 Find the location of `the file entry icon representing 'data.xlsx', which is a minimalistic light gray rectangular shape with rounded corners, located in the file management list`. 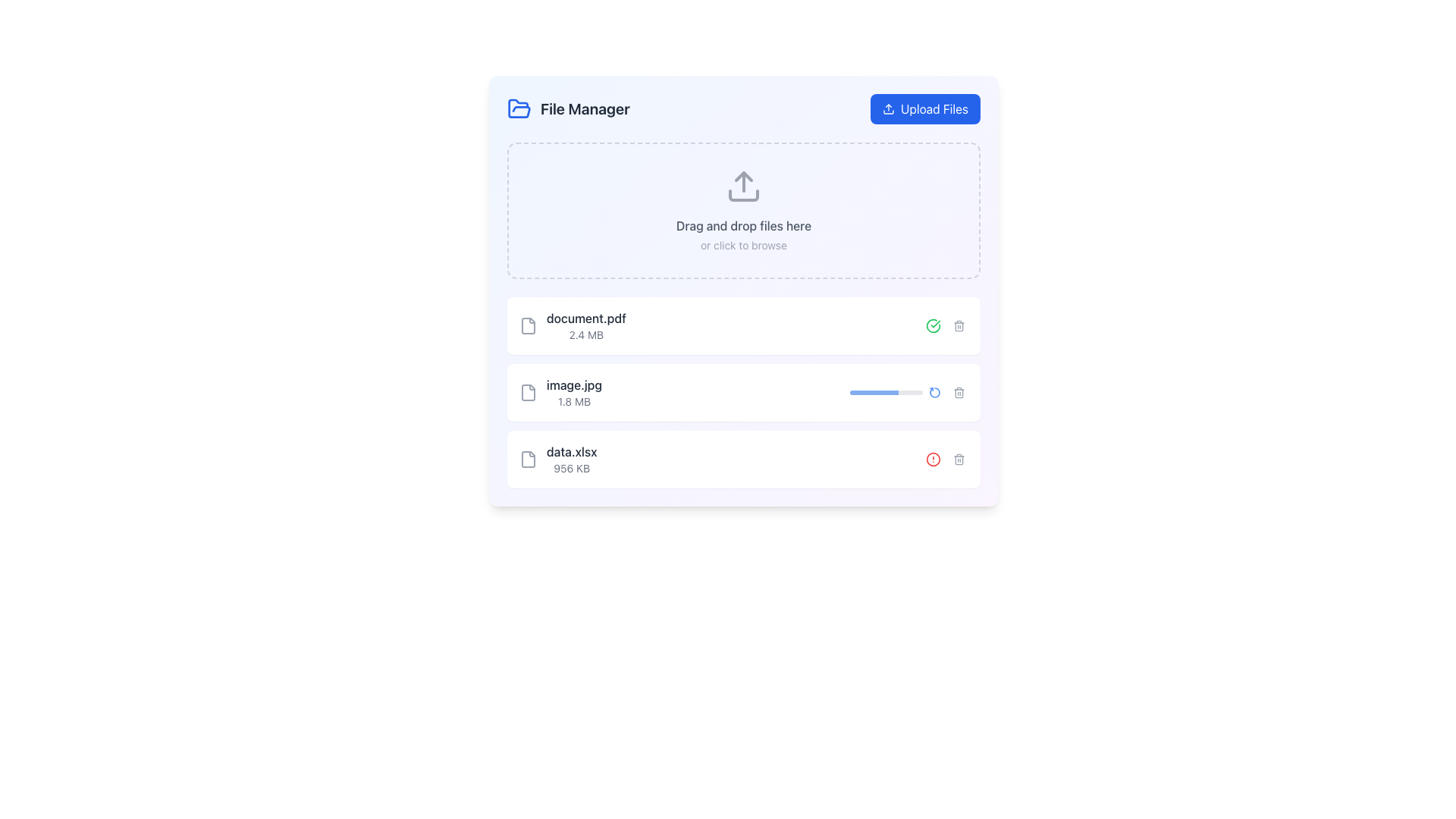

the file entry icon representing 'data.xlsx', which is a minimalistic light gray rectangular shape with rounded corners, located in the file management list is located at coordinates (528, 458).